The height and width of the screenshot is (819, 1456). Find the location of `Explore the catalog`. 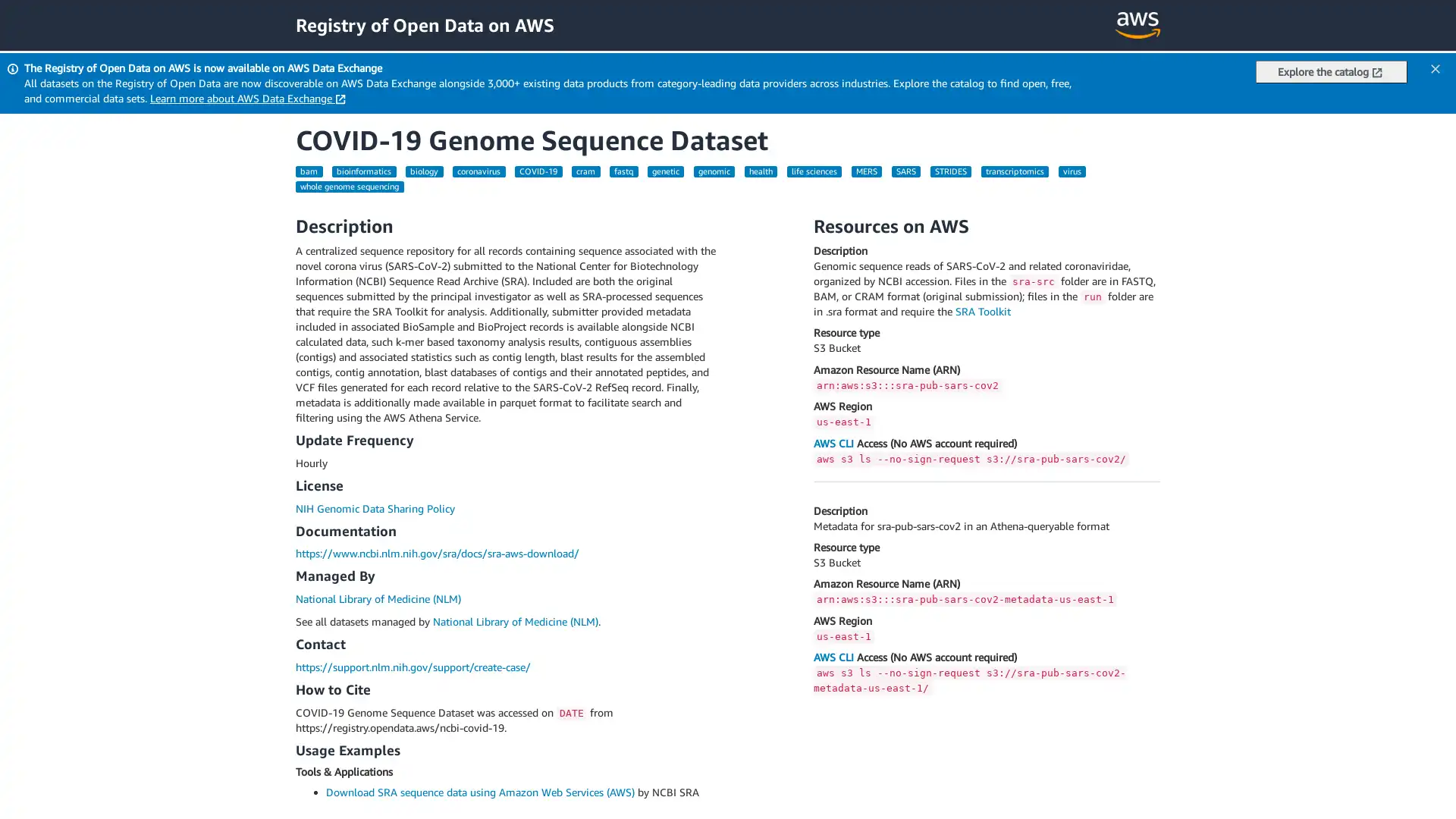

Explore the catalog is located at coordinates (1331, 72).